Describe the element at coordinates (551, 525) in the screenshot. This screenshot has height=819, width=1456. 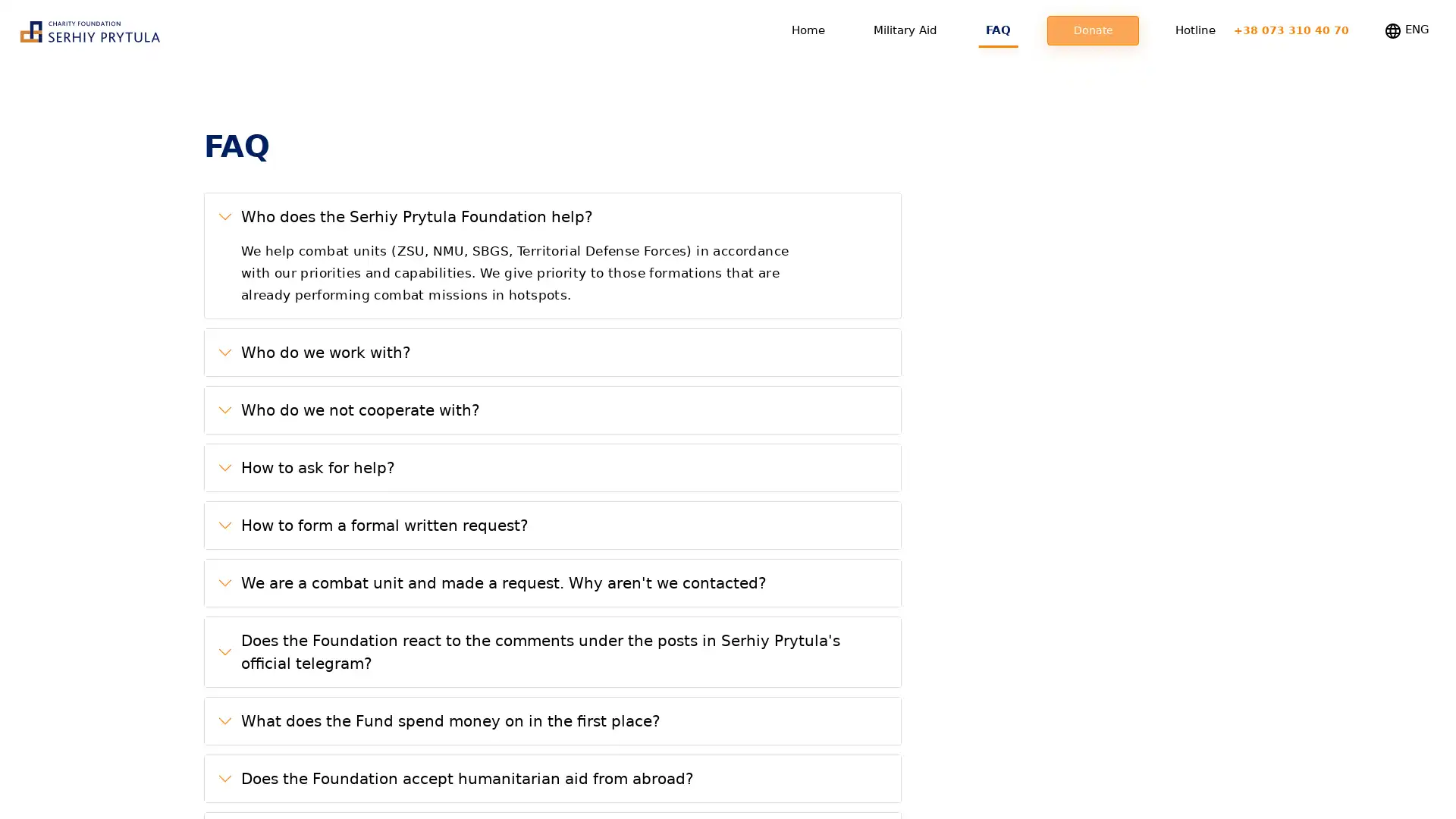
I see `How to form a formal written request?` at that location.